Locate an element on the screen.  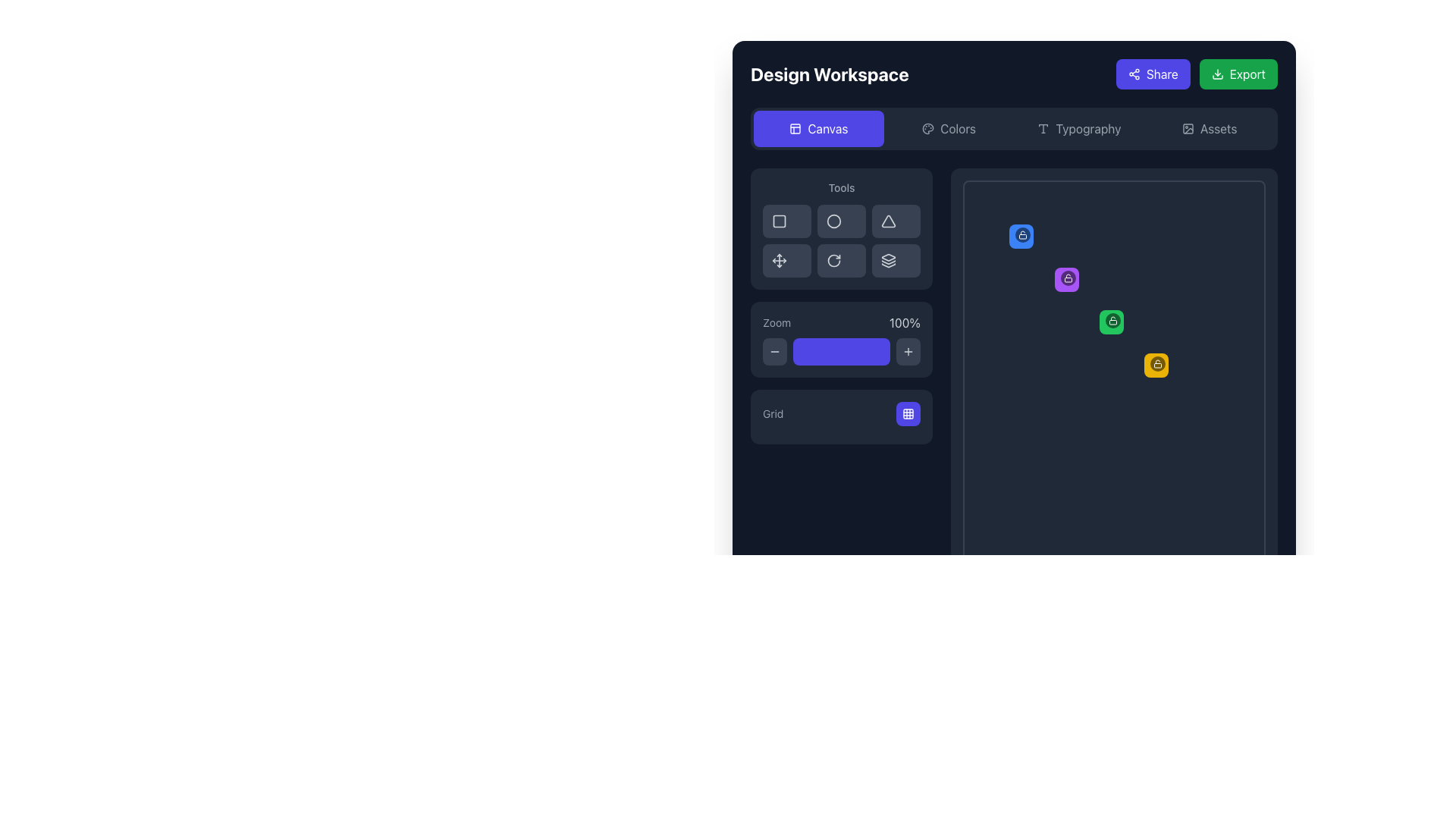
the third button in the 'Tools' section of the interface is located at coordinates (888, 265).